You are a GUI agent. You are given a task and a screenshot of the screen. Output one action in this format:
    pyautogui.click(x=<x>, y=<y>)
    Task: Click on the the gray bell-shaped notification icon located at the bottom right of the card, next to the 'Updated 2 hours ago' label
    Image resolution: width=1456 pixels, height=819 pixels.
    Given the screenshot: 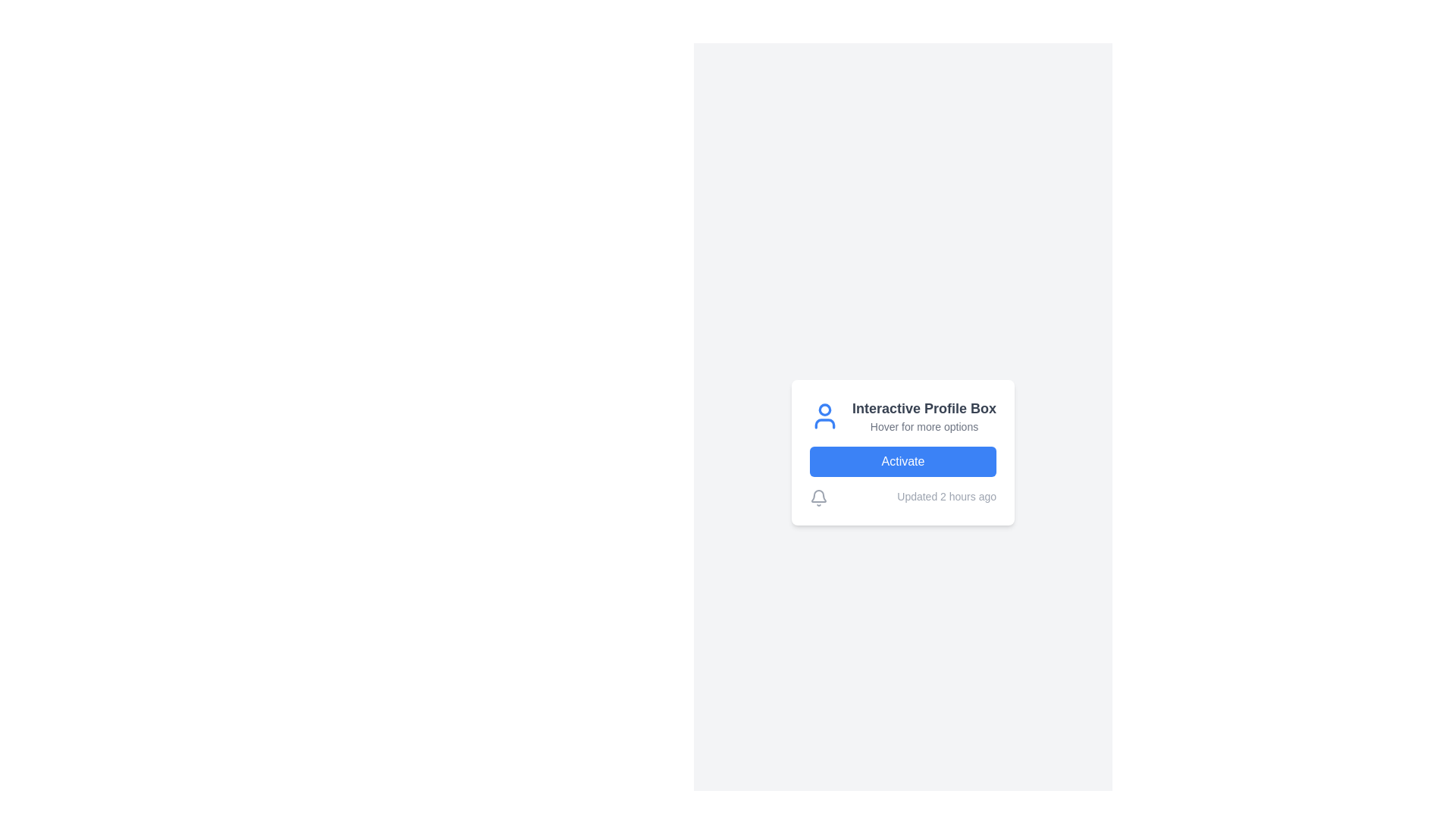 What is the action you would take?
    pyautogui.click(x=818, y=497)
    